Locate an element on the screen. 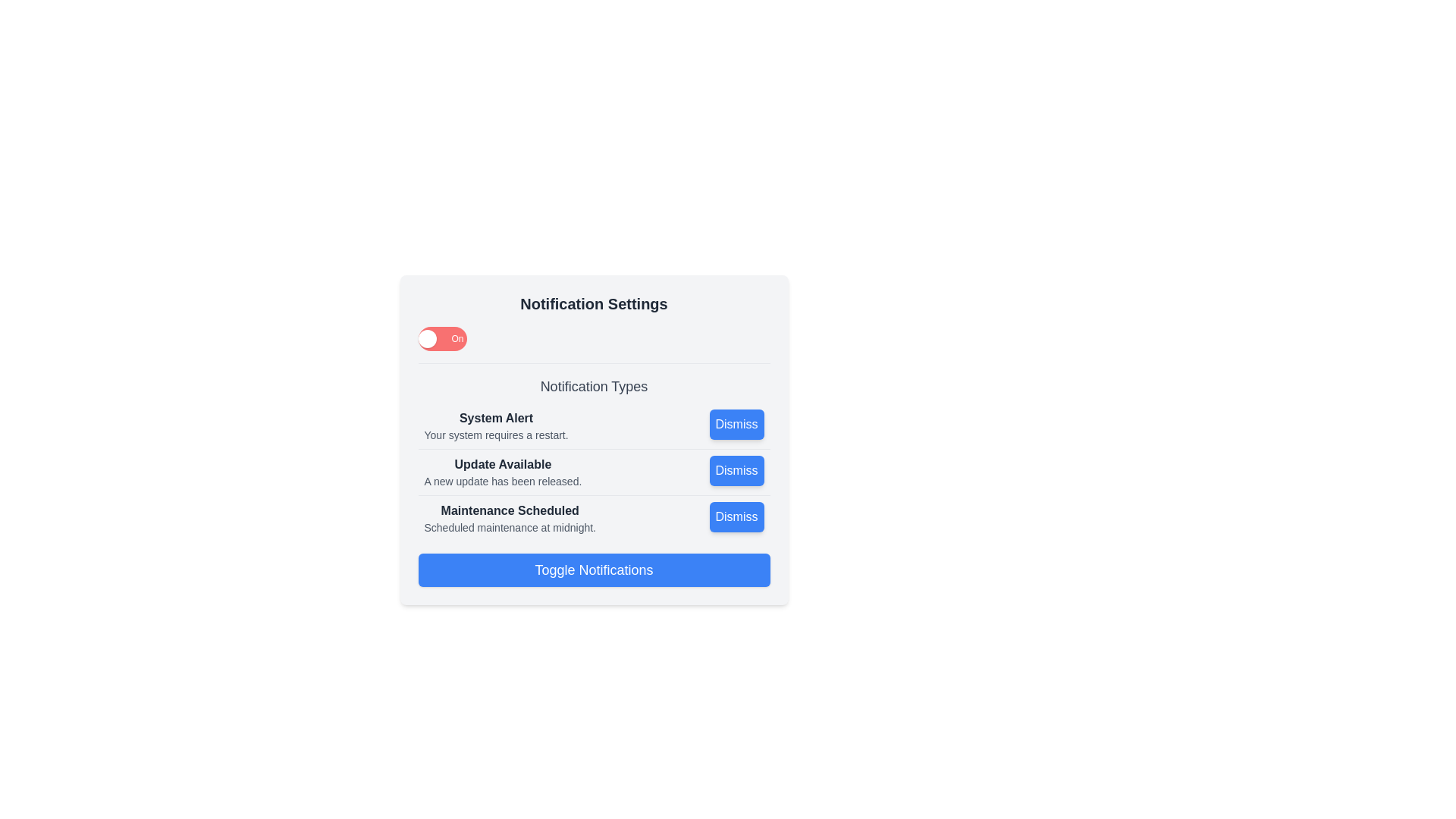  static text label that notifies the user about the necessity of restarting their system, located under the 'System Alert' title in the notification panel is located at coordinates (496, 435).